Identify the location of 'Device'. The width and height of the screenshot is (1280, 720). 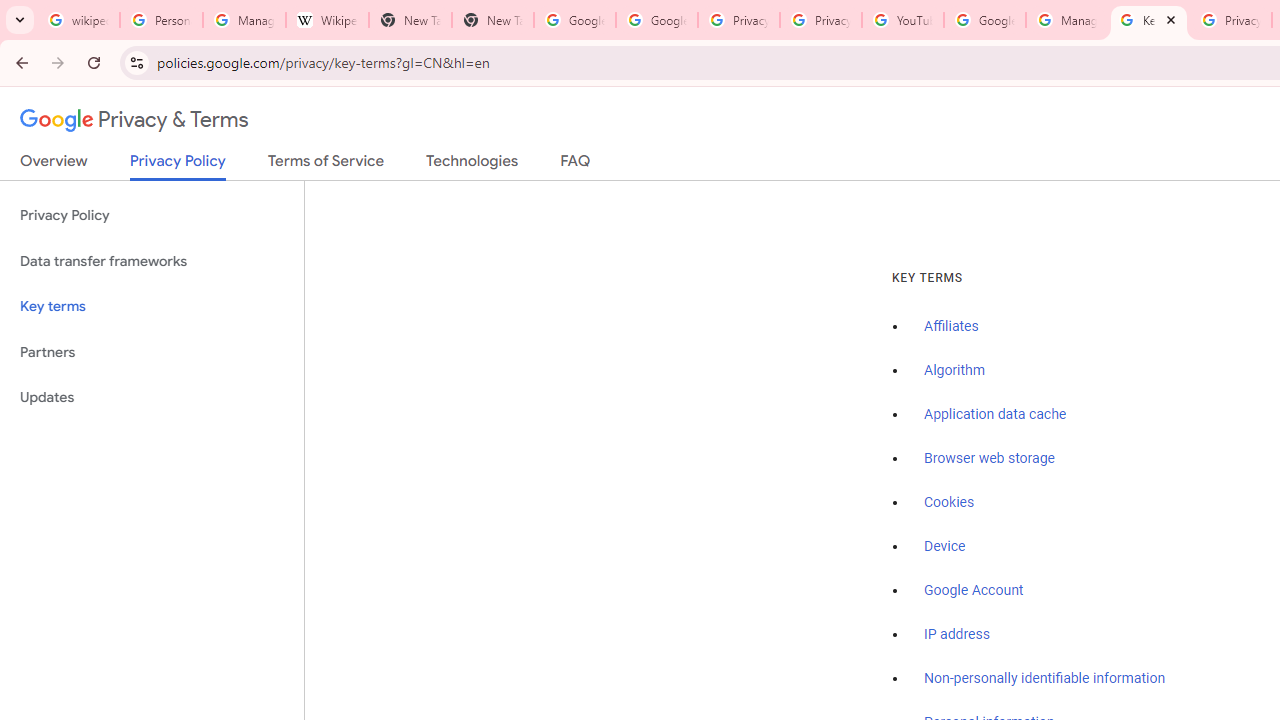
(944, 546).